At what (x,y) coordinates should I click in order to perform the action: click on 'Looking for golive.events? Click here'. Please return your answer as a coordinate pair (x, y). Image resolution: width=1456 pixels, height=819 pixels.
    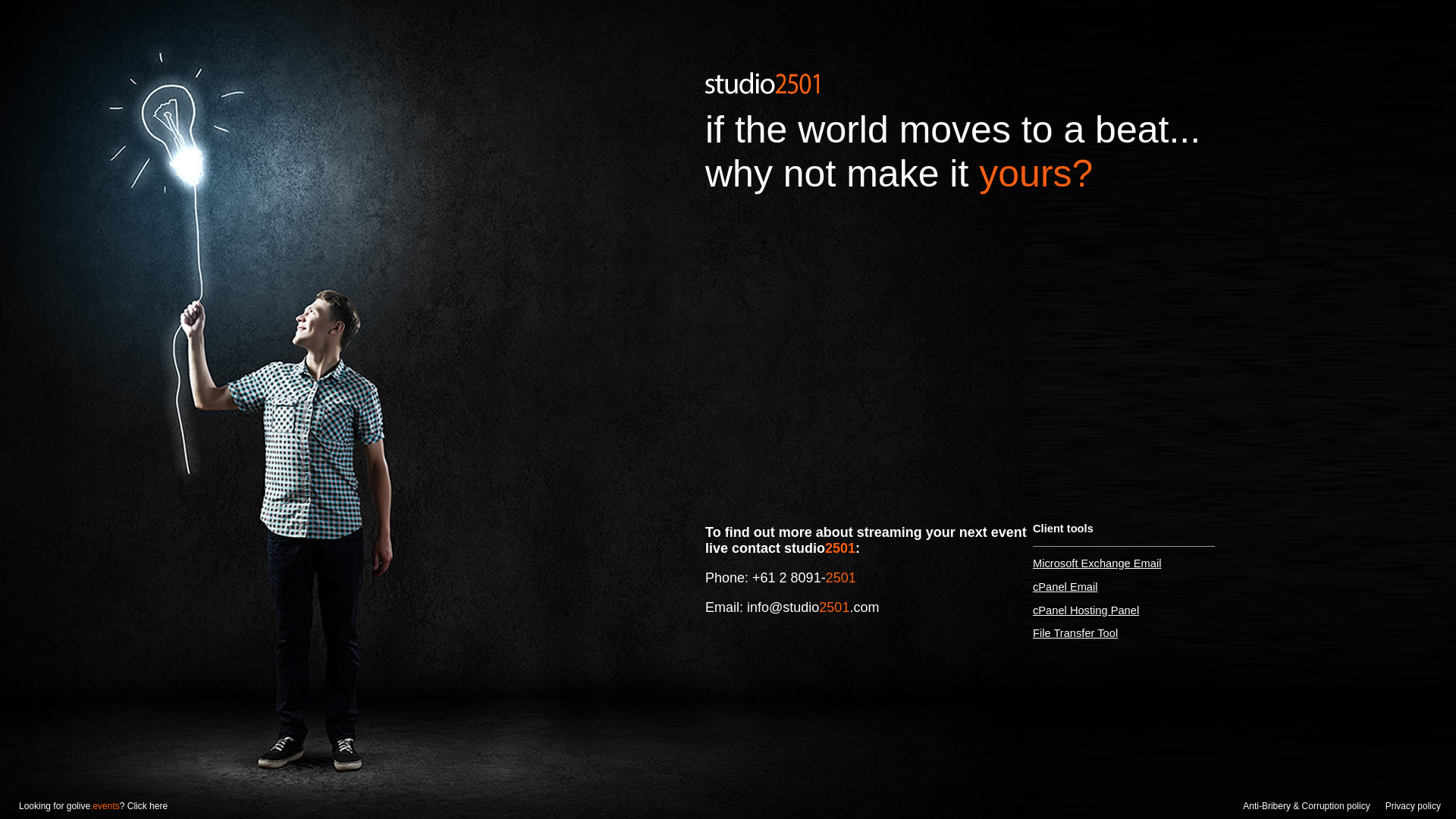
    Looking at the image, I should click on (0, 805).